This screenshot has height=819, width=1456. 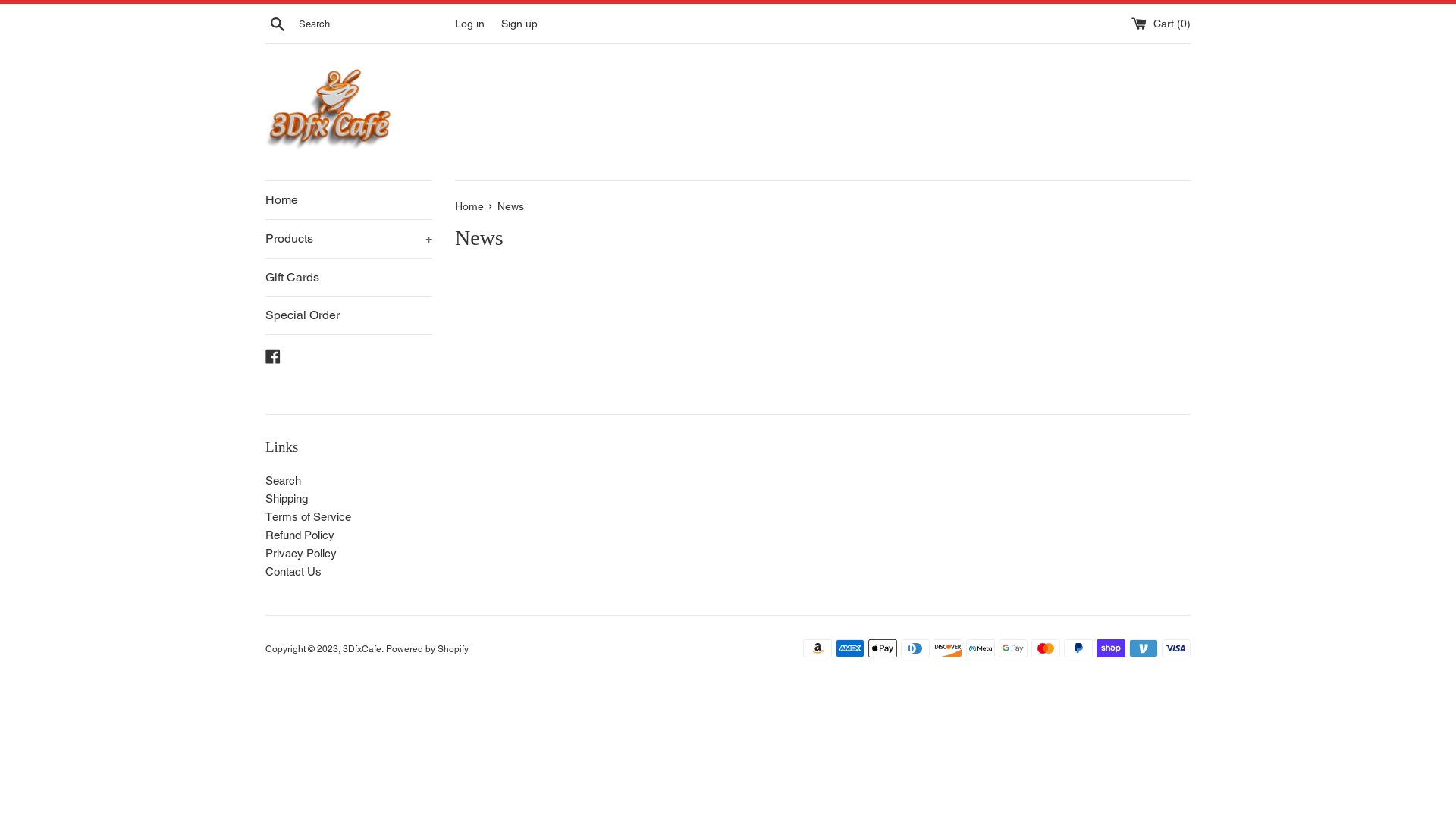 What do you see at coordinates (307, 516) in the screenshot?
I see `'Terms of Service'` at bounding box center [307, 516].